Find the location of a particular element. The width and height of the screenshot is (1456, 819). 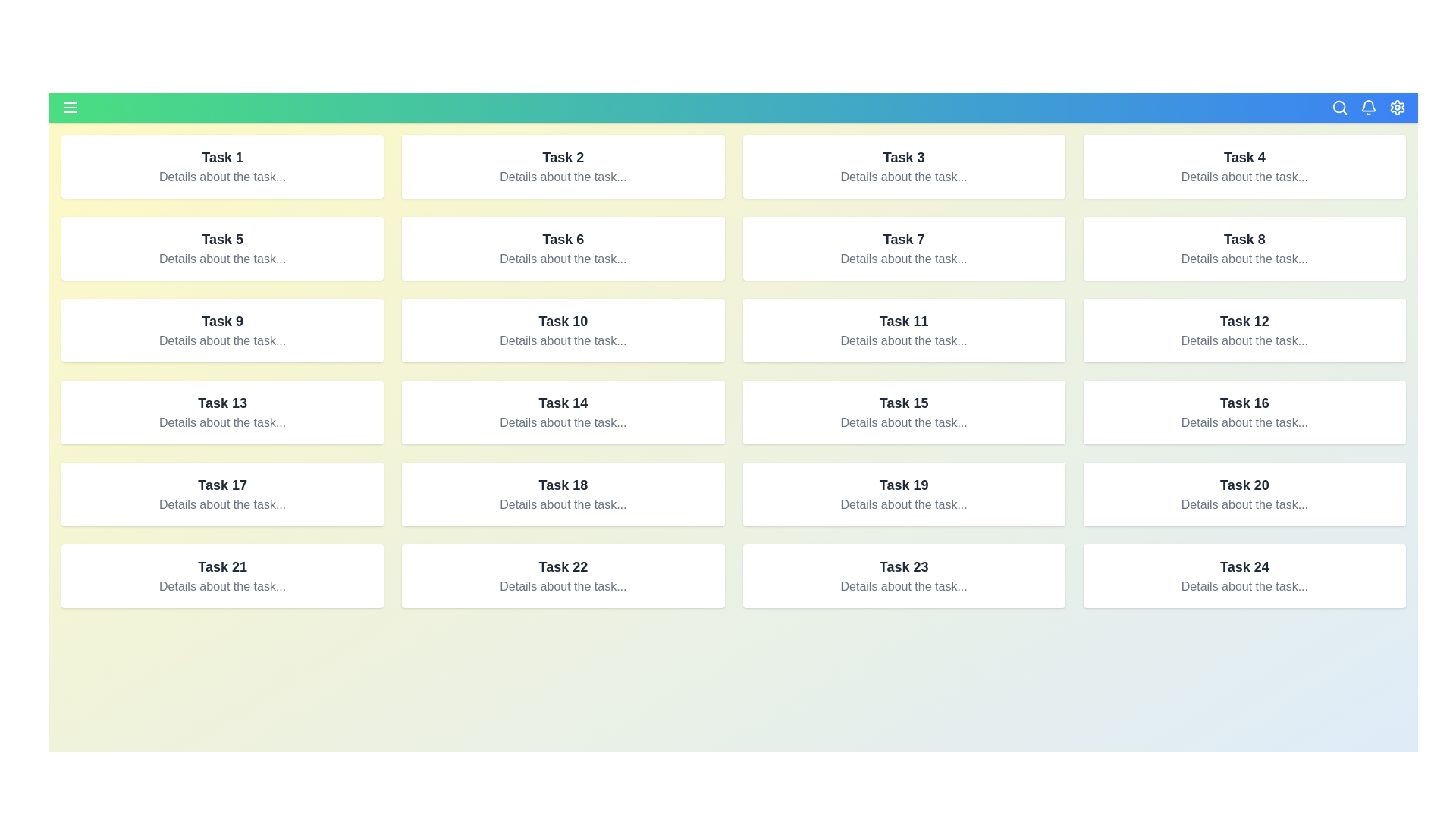

the bell icon to view notifications is located at coordinates (1368, 107).